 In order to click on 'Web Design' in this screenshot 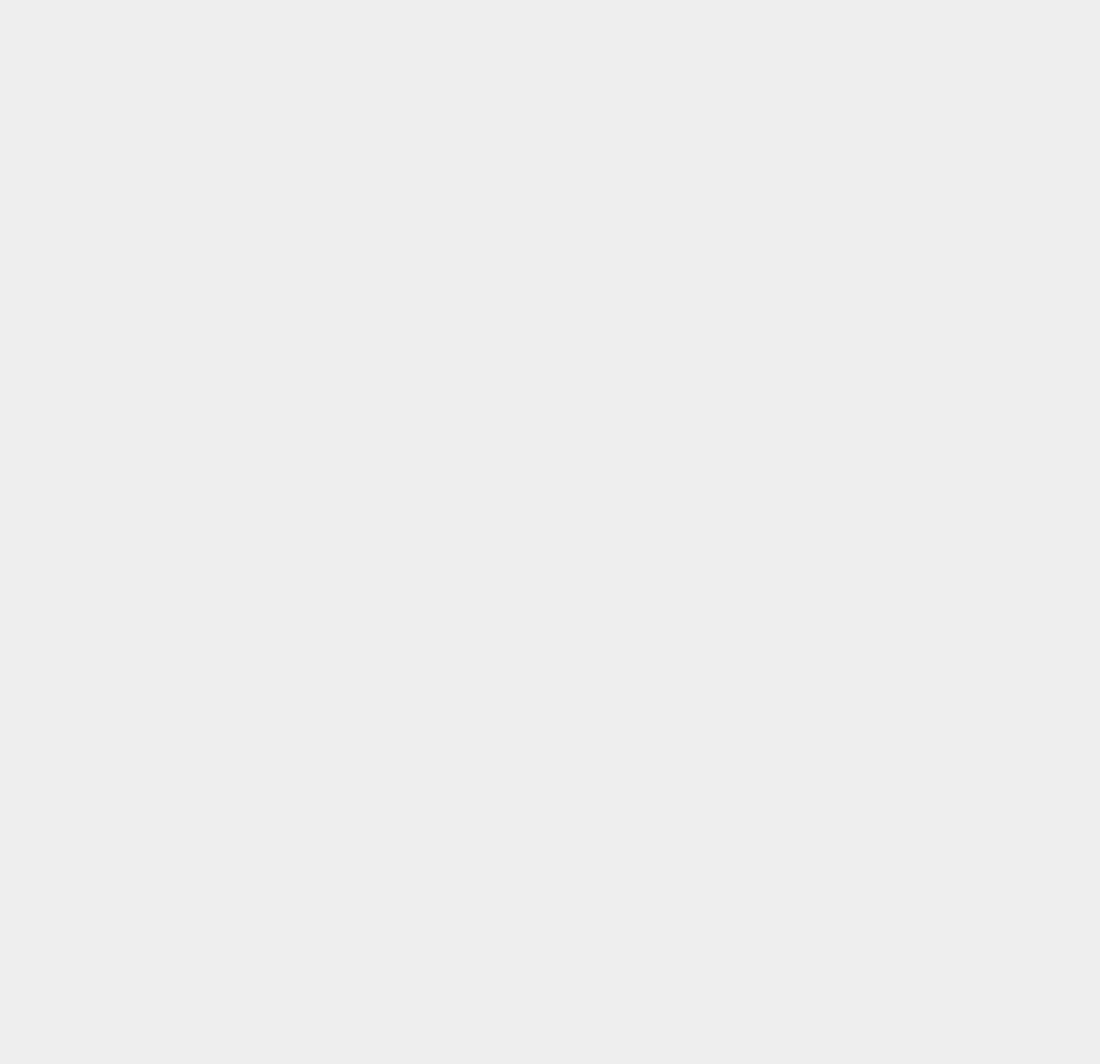, I will do `click(814, 553)`.